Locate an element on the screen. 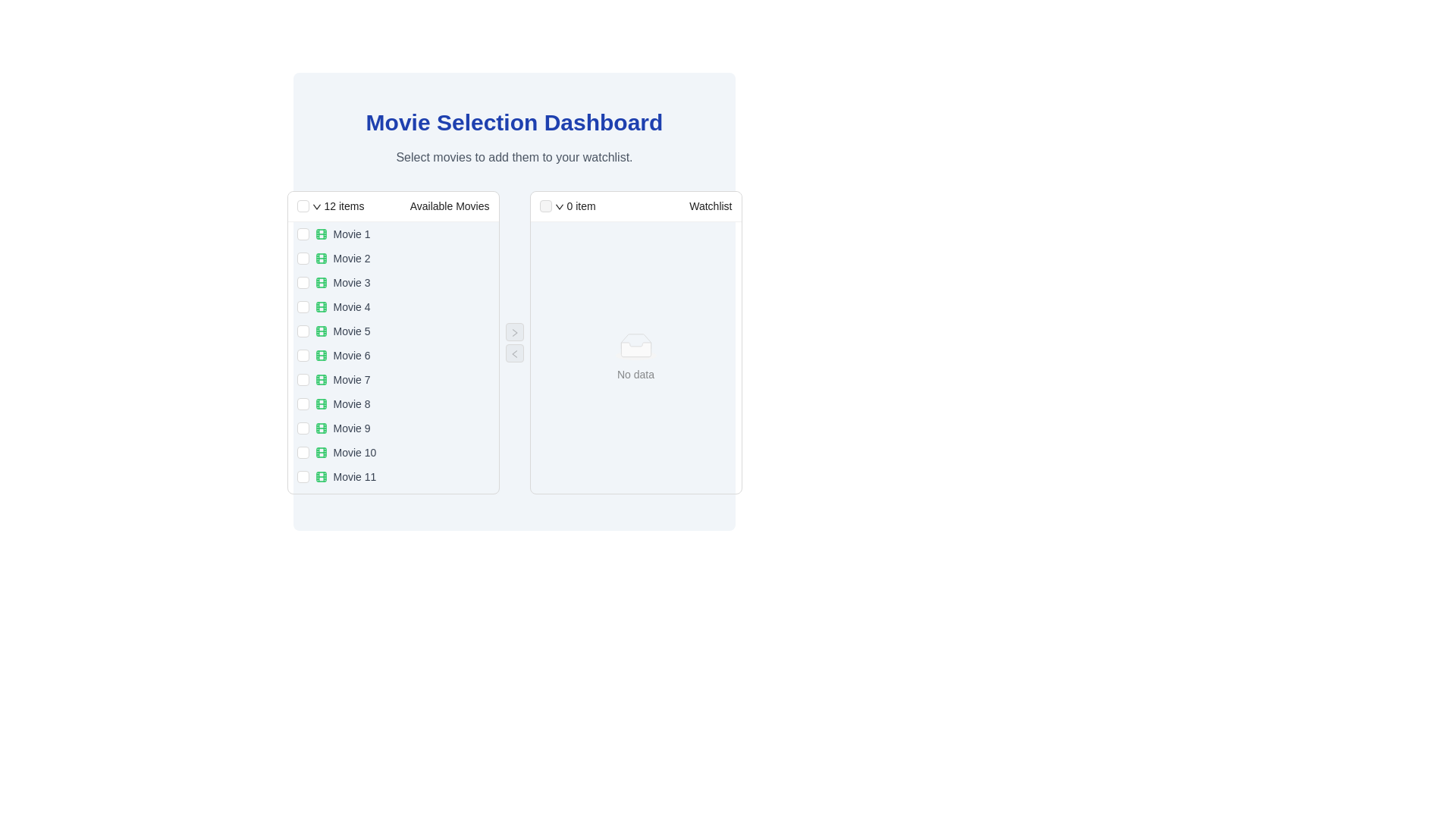 This screenshot has height=819, width=1456. the interactive control panel located centrally under the 'Movie Selection Dashboard' title to transfer items between the Available Movies and Watchlist sections is located at coordinates (514, 342).